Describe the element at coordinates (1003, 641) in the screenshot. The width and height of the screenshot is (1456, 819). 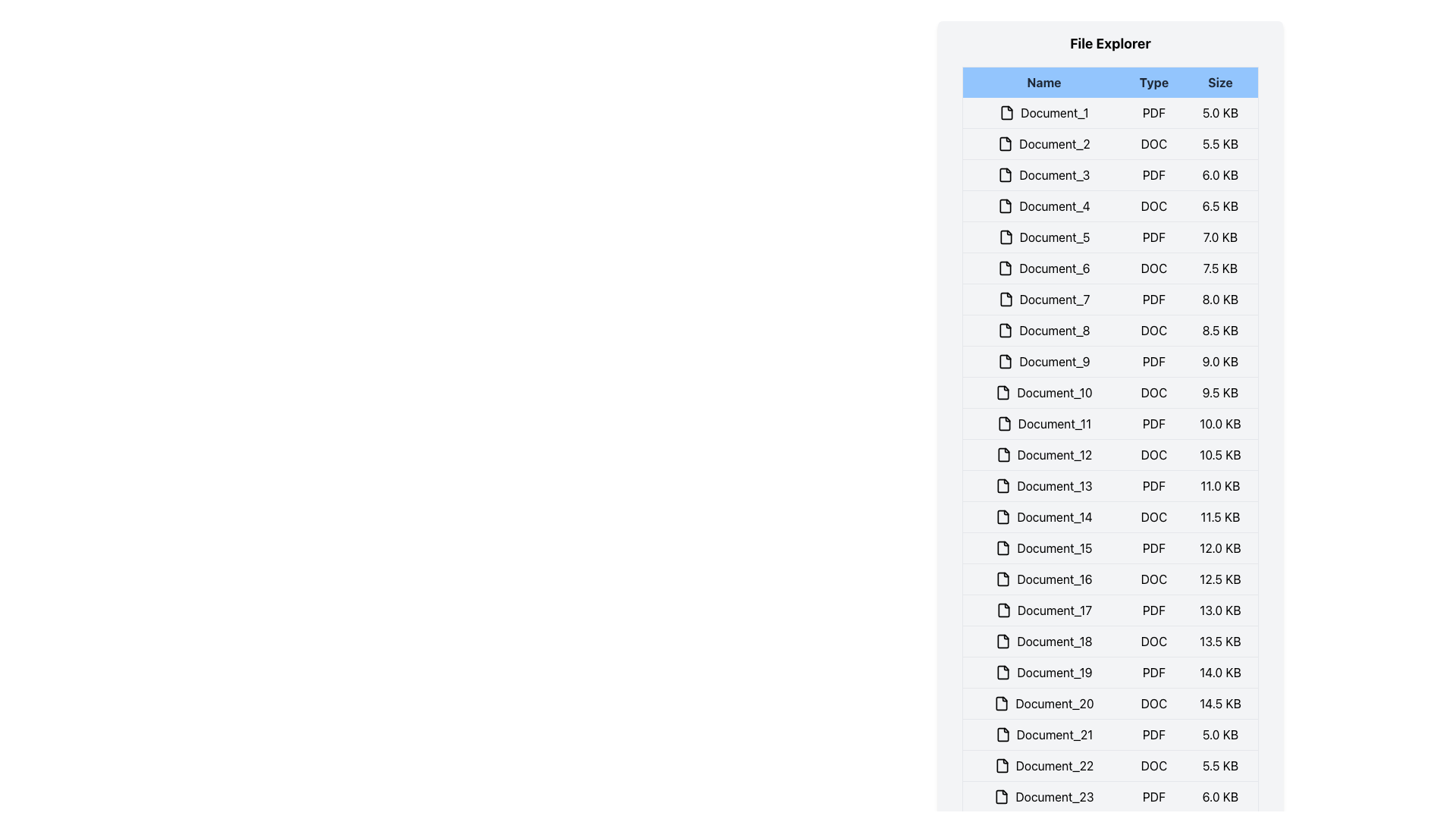
I see `the graphical file icon element associated with 'Document_18' in the file explorer interface` at that location.